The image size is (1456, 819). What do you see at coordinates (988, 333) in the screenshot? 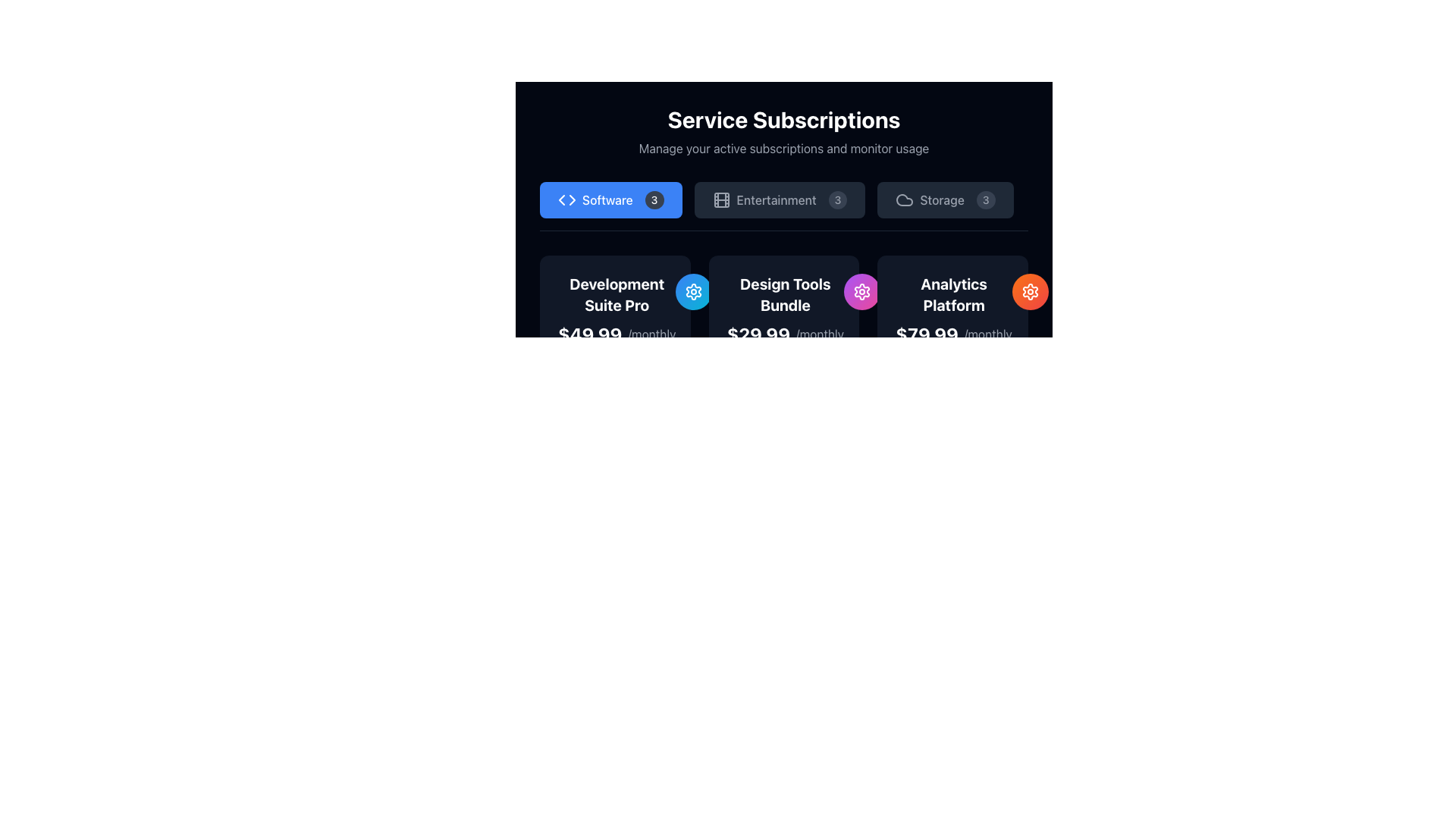
I see `the label that provides supplementary information about the monthly pricing interval for the 'Analytics Platform' subscription, positioned to the right of the price text ('$79.99')` at bounding box center [988, 333].